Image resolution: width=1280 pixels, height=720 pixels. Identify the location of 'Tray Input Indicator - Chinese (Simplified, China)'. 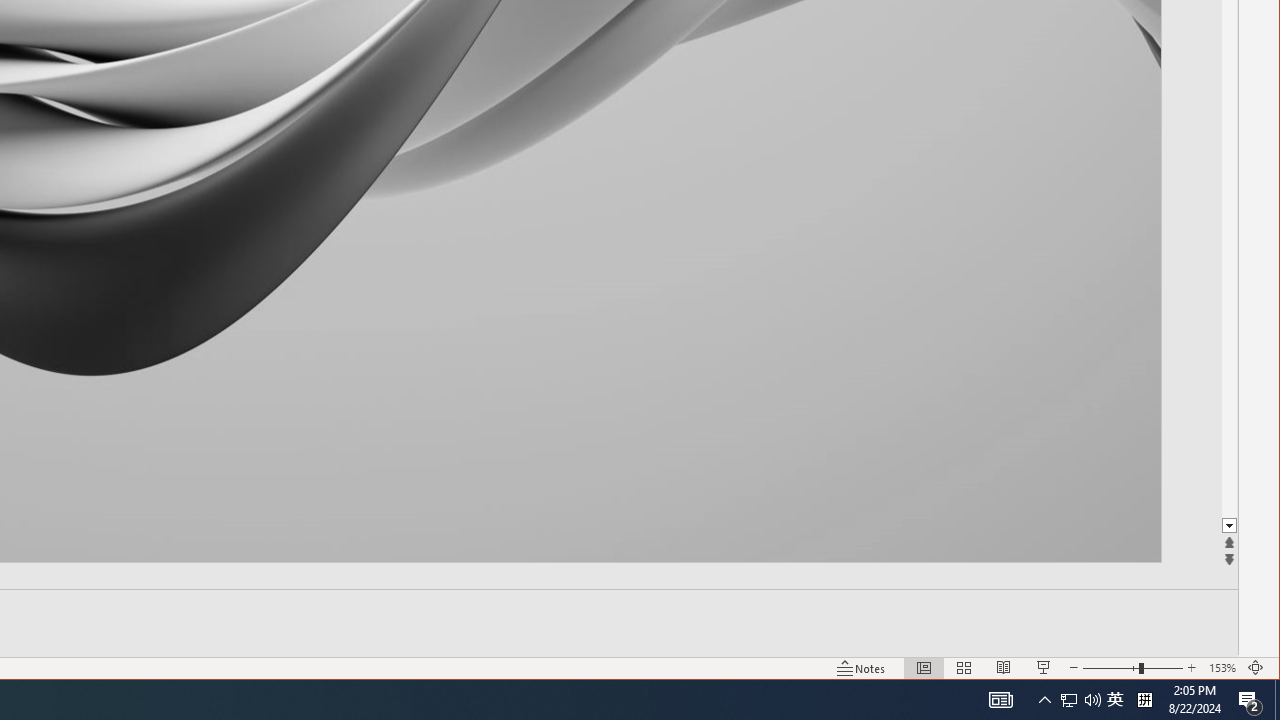
(1144, 698).